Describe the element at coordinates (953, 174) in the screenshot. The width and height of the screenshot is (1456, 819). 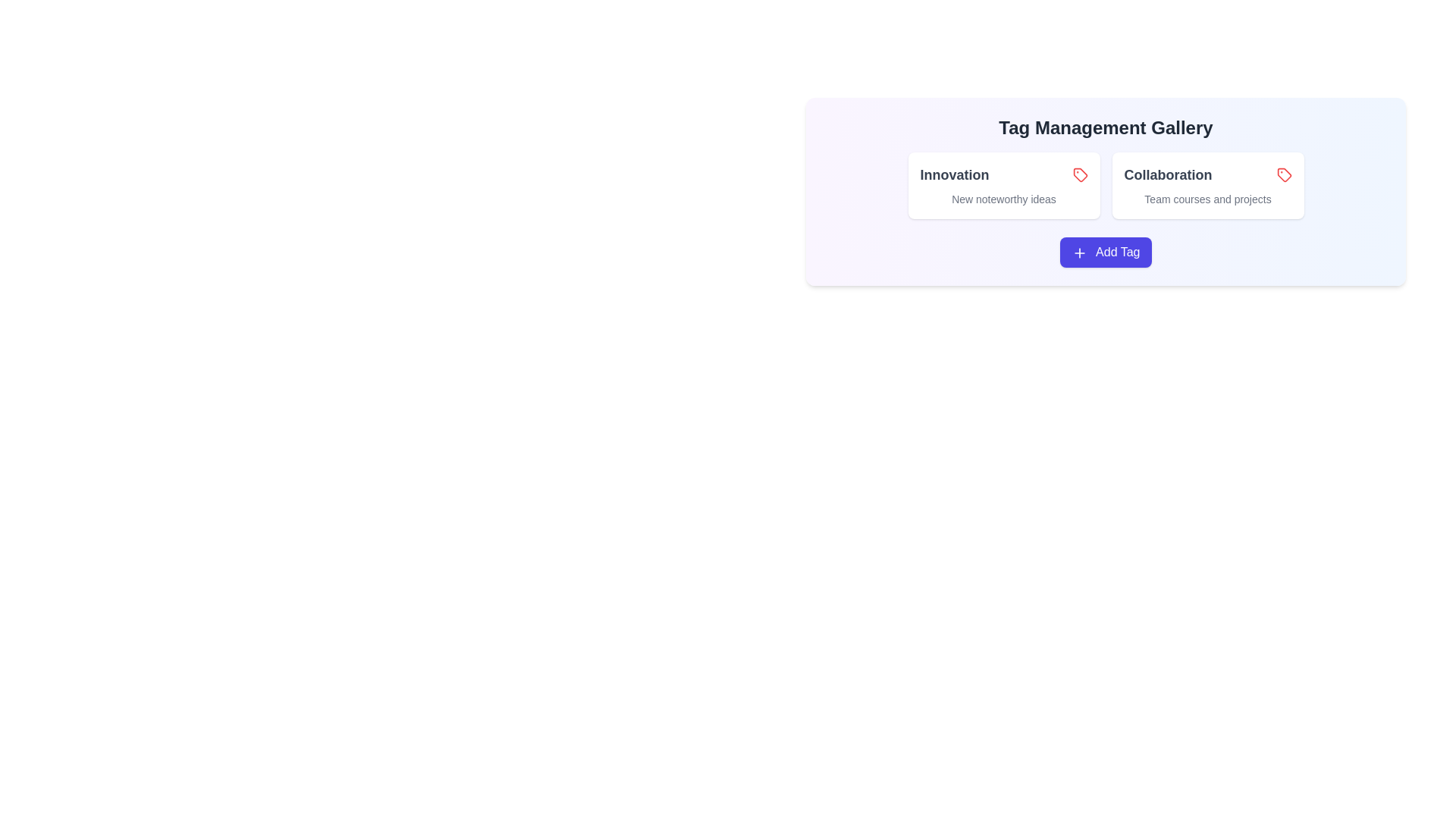
I see `the Text Label which is positioned at the top-left of a group of elements in the card layout, serving as a title or category for the item` at that location.